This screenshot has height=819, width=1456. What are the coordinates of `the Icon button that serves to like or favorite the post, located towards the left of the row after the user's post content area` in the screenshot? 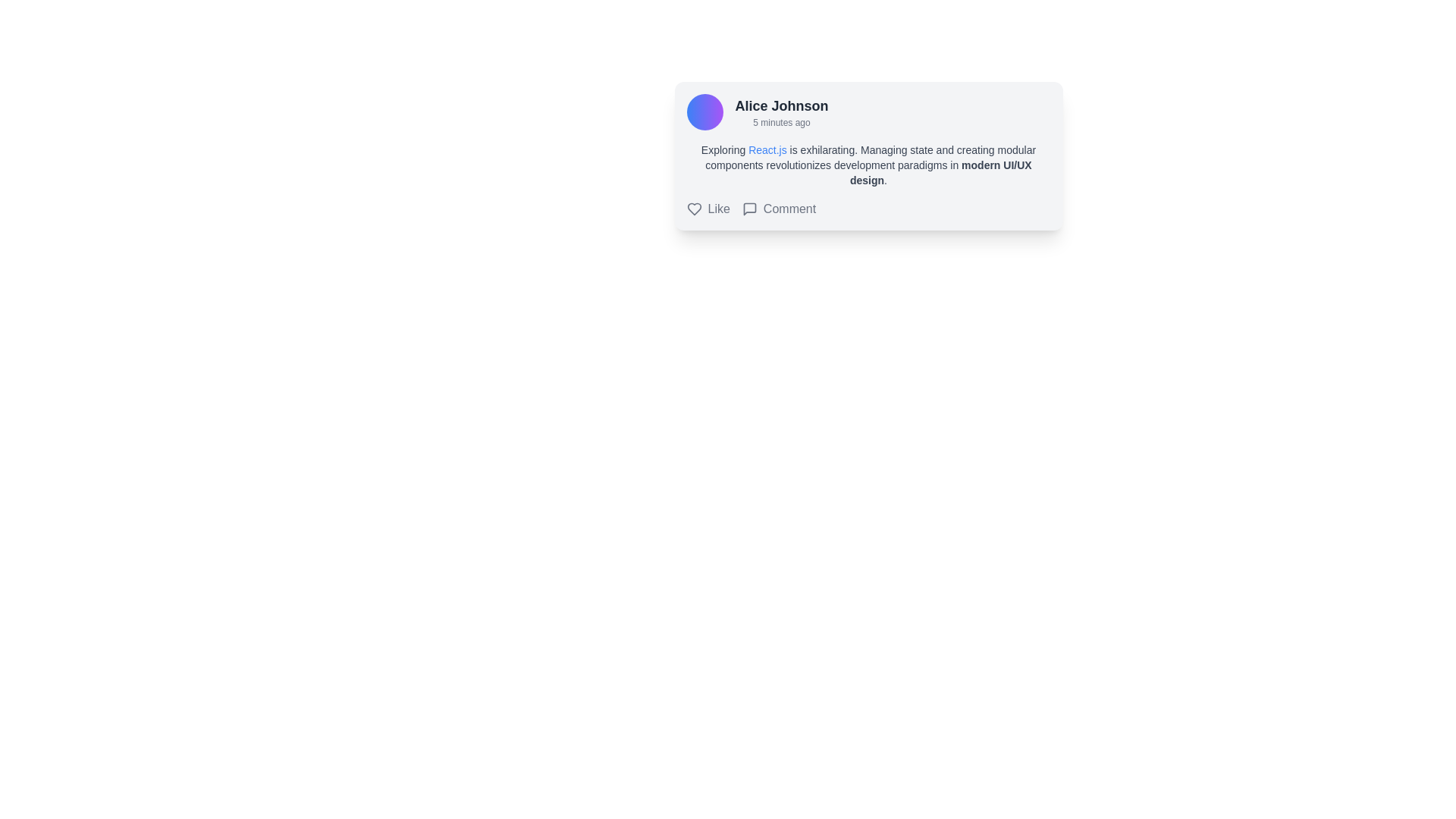 It's located at (693, 209).